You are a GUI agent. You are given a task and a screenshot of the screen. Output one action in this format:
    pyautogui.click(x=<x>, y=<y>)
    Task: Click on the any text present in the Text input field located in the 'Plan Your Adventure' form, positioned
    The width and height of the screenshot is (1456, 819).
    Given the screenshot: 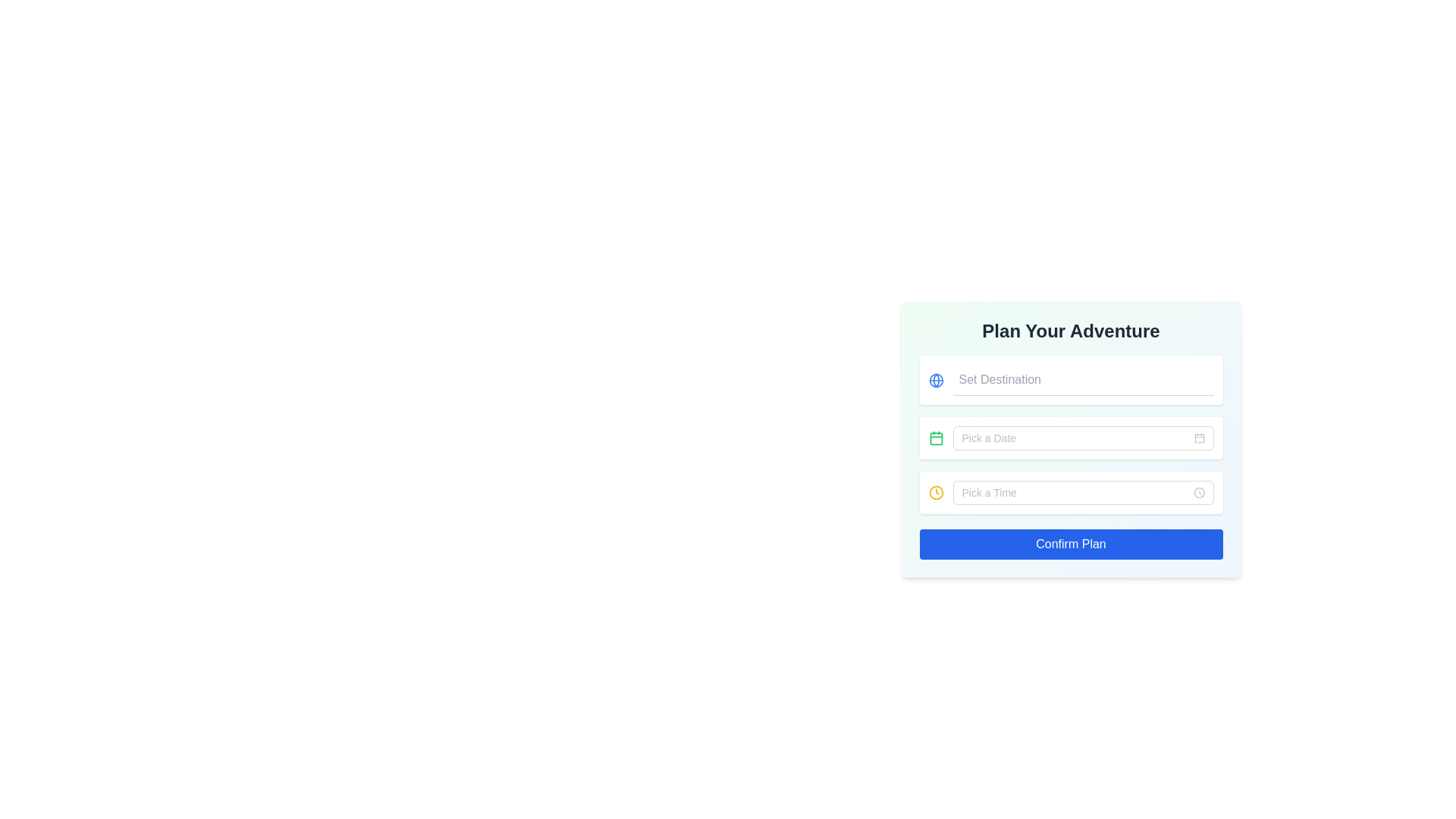 What is the action you would take?
    pyautogui.click(x=1082, y=379)
    